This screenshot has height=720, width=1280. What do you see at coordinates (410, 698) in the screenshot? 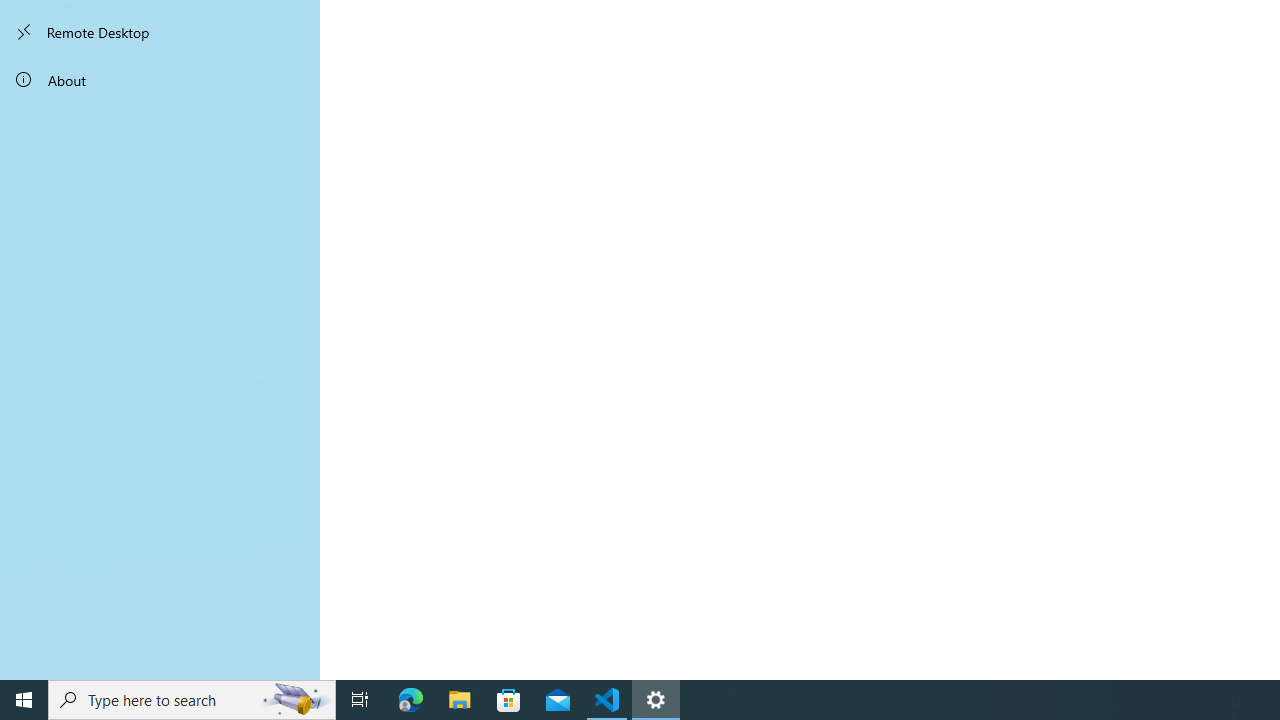
I see `'Microsoft Edge'` at bounding box center [410, 698].